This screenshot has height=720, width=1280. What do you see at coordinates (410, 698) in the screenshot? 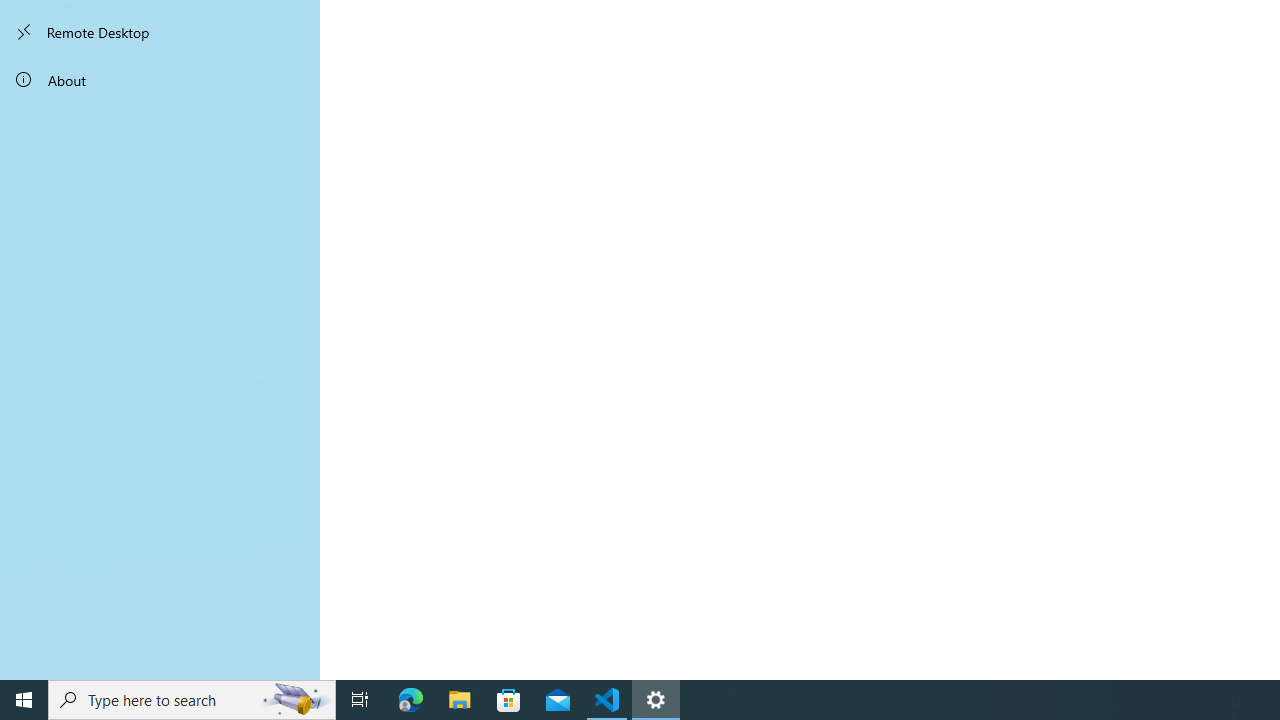
I see `'Microsoft Edge'` at bounding box center [410, 698].